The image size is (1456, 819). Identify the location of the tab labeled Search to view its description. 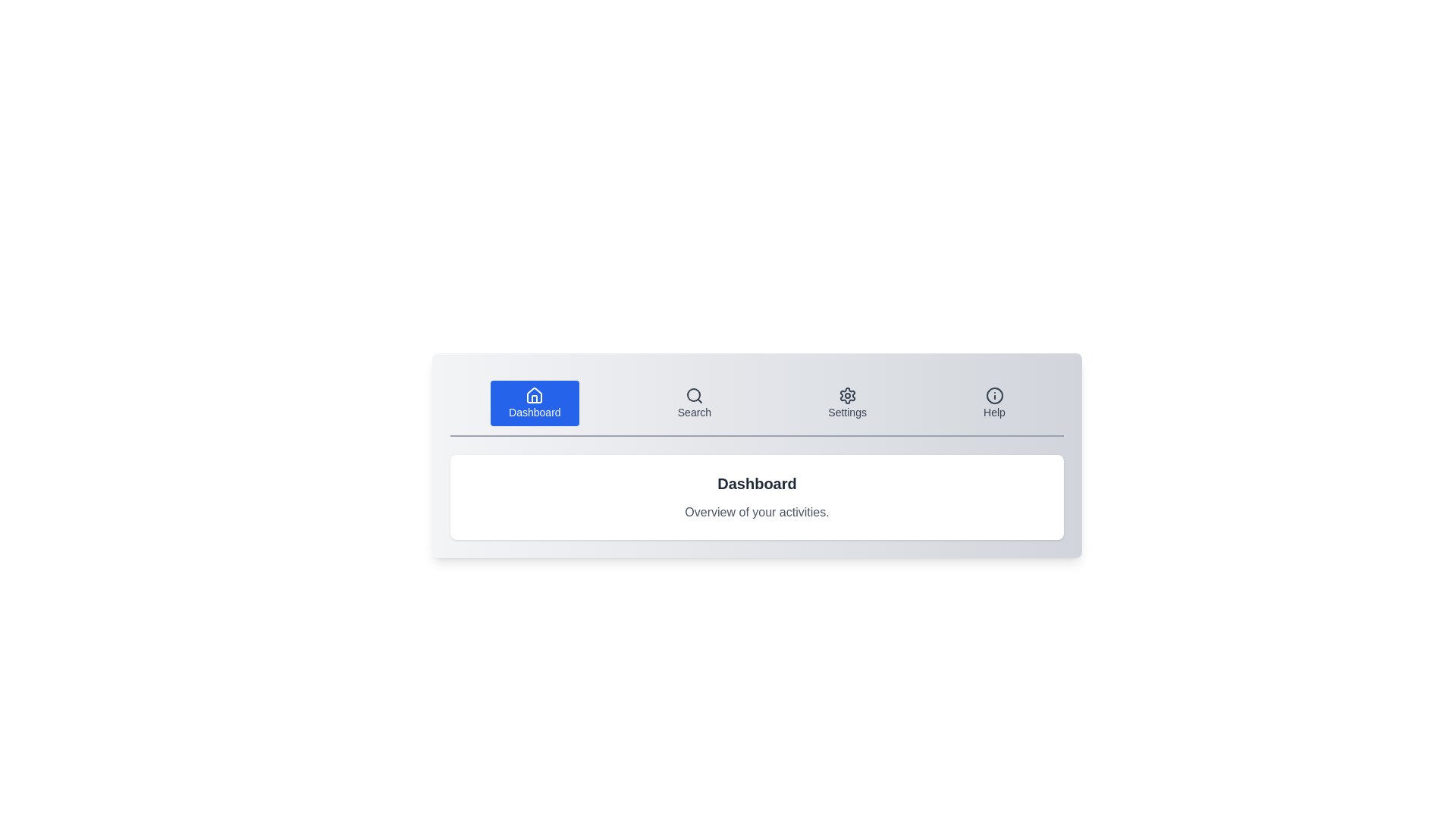
(693, 403).